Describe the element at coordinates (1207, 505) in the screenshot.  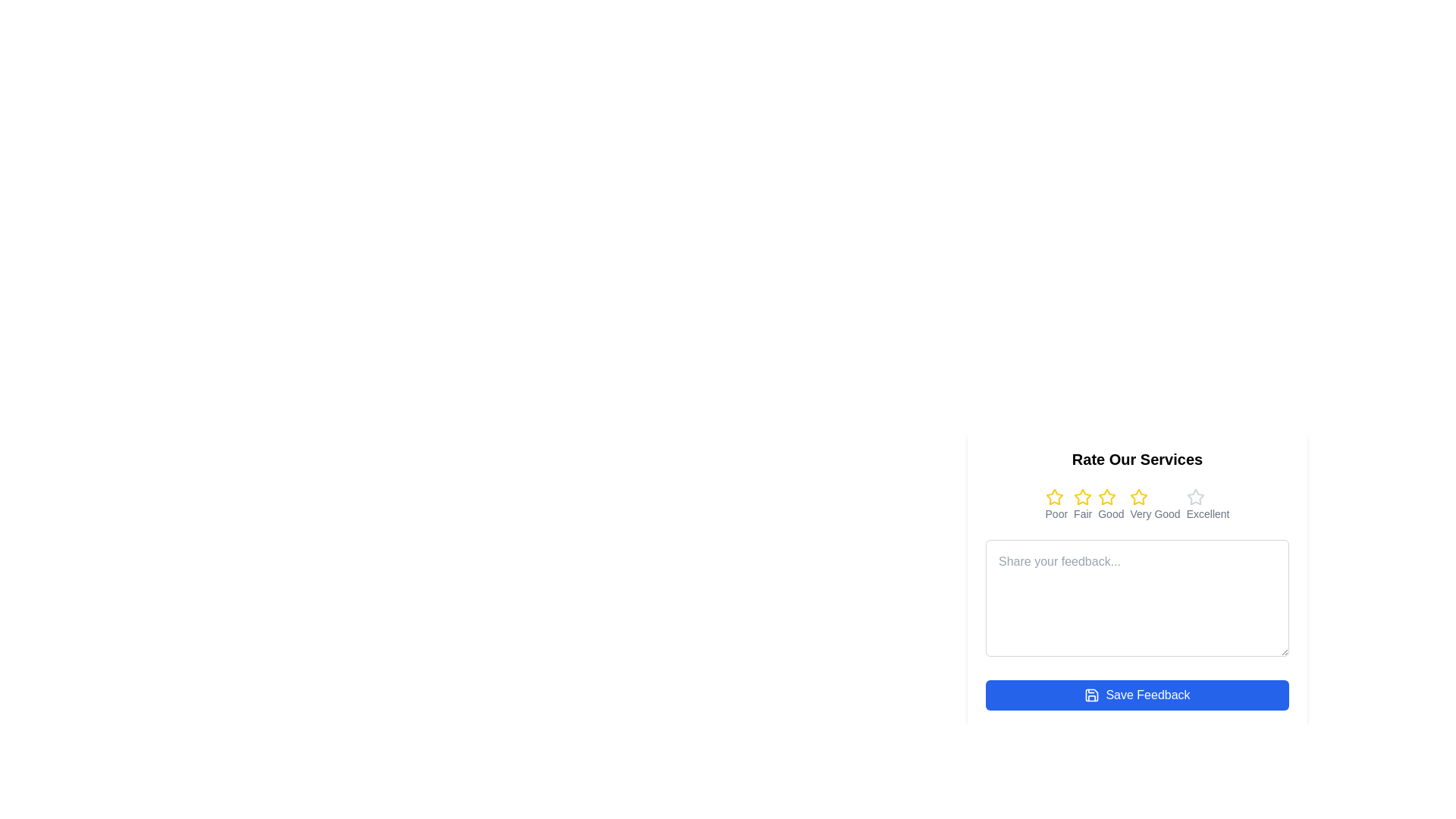
I see `the 'Excellent' rating star in the rating system located at the rightmost end under the header 'Rate Our Services'` at that location.